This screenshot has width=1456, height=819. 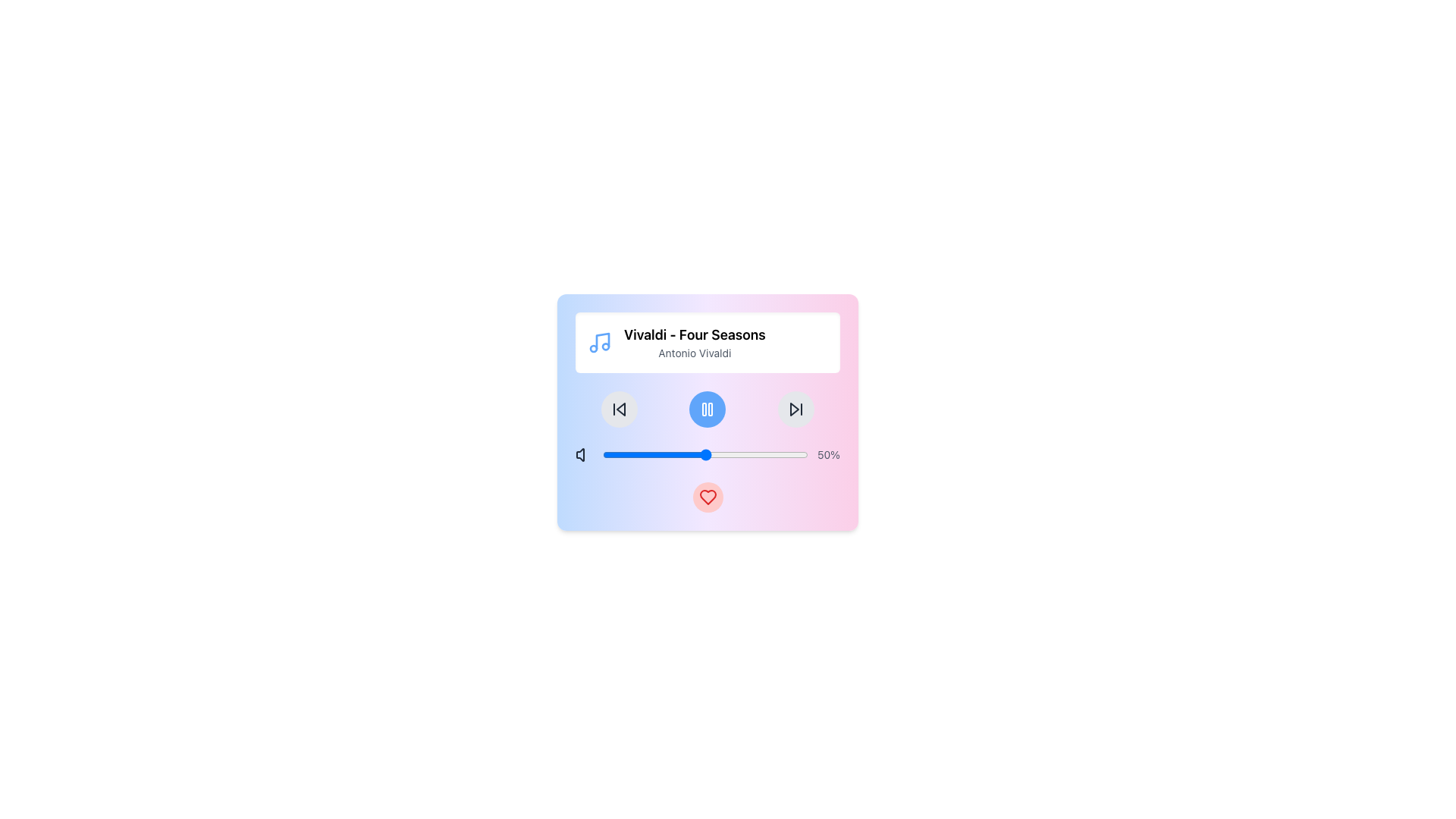 What do you see at coordinates (795, 409) in the screenshot?
I see `the rightward-pointing triangle icon with a gray outline, located within the music control panel, to skip to the next track` at bounding box center [795, 409].